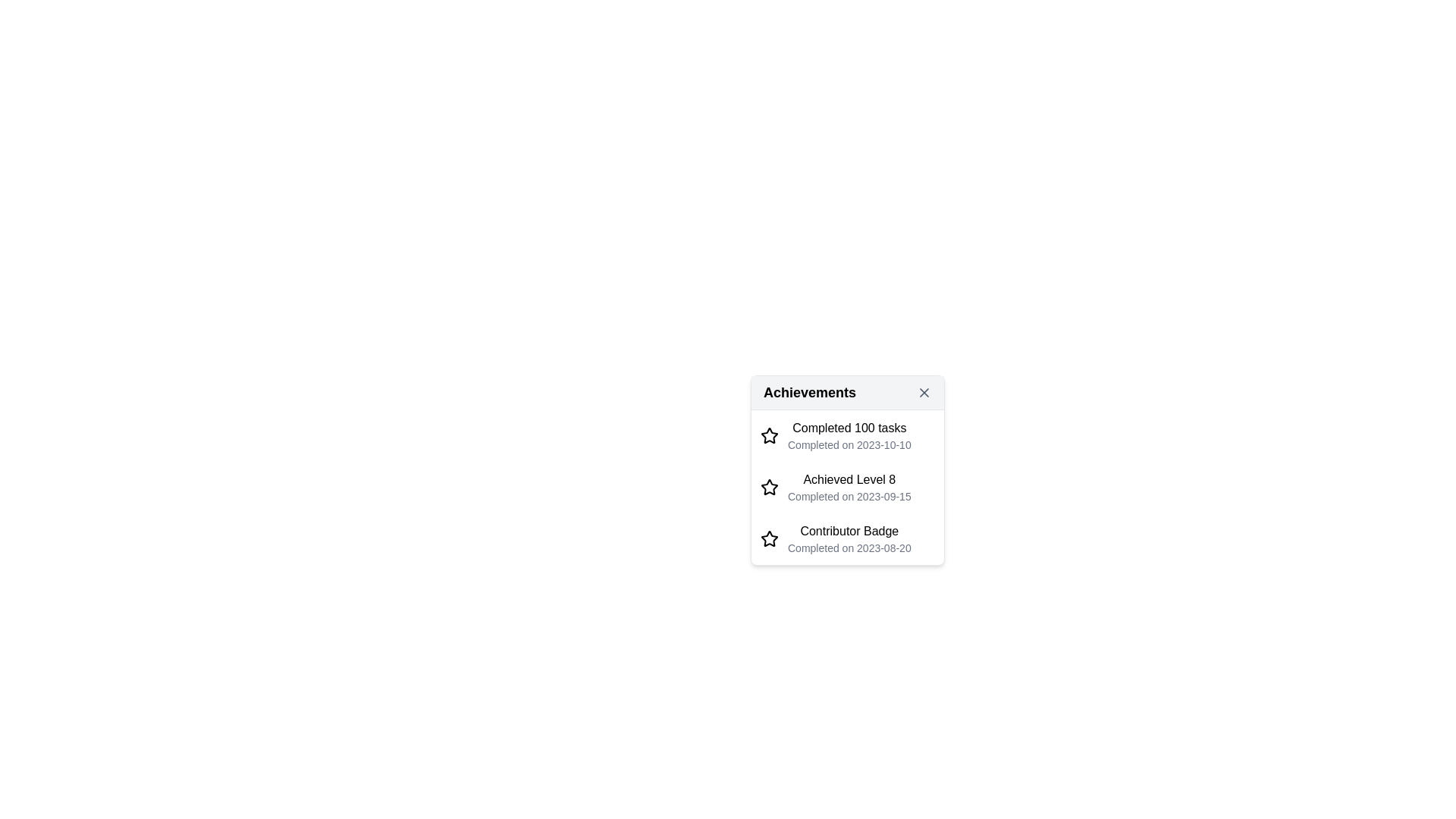  What do you see at coordinates (847, 487) in the screenshot?
I see `information displayed in the Achievement display row featuring a golden star icon, with the text 'Achieved Level 8' and 'Completed on 2023-09-15.'` at bounding box center [847, 487].